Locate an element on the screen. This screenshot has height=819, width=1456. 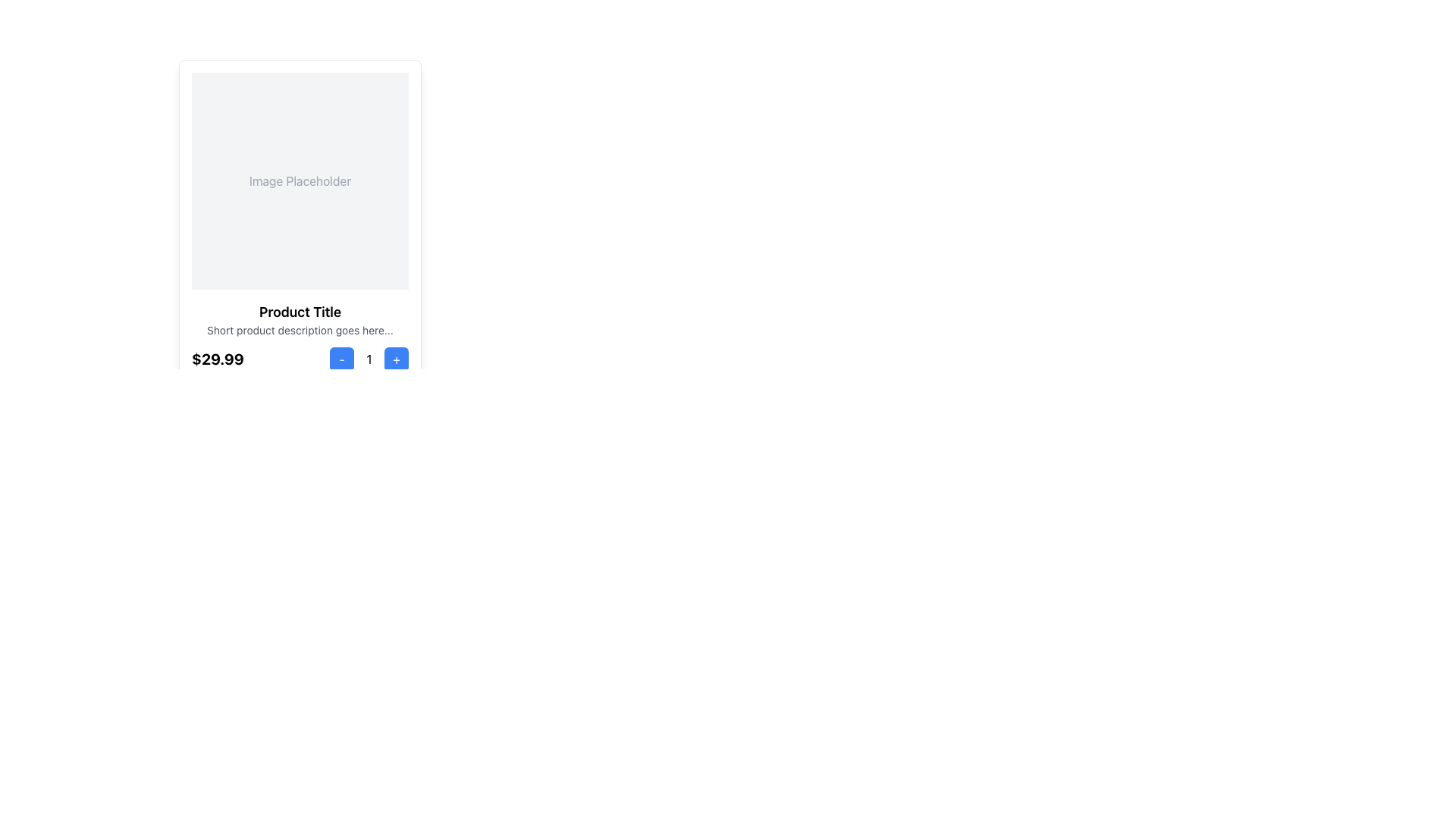
the text block displaying the product's title and brief description, positioned centrally below the image placeholder and above the price and quantity controls is located at coordinates (300, 318).